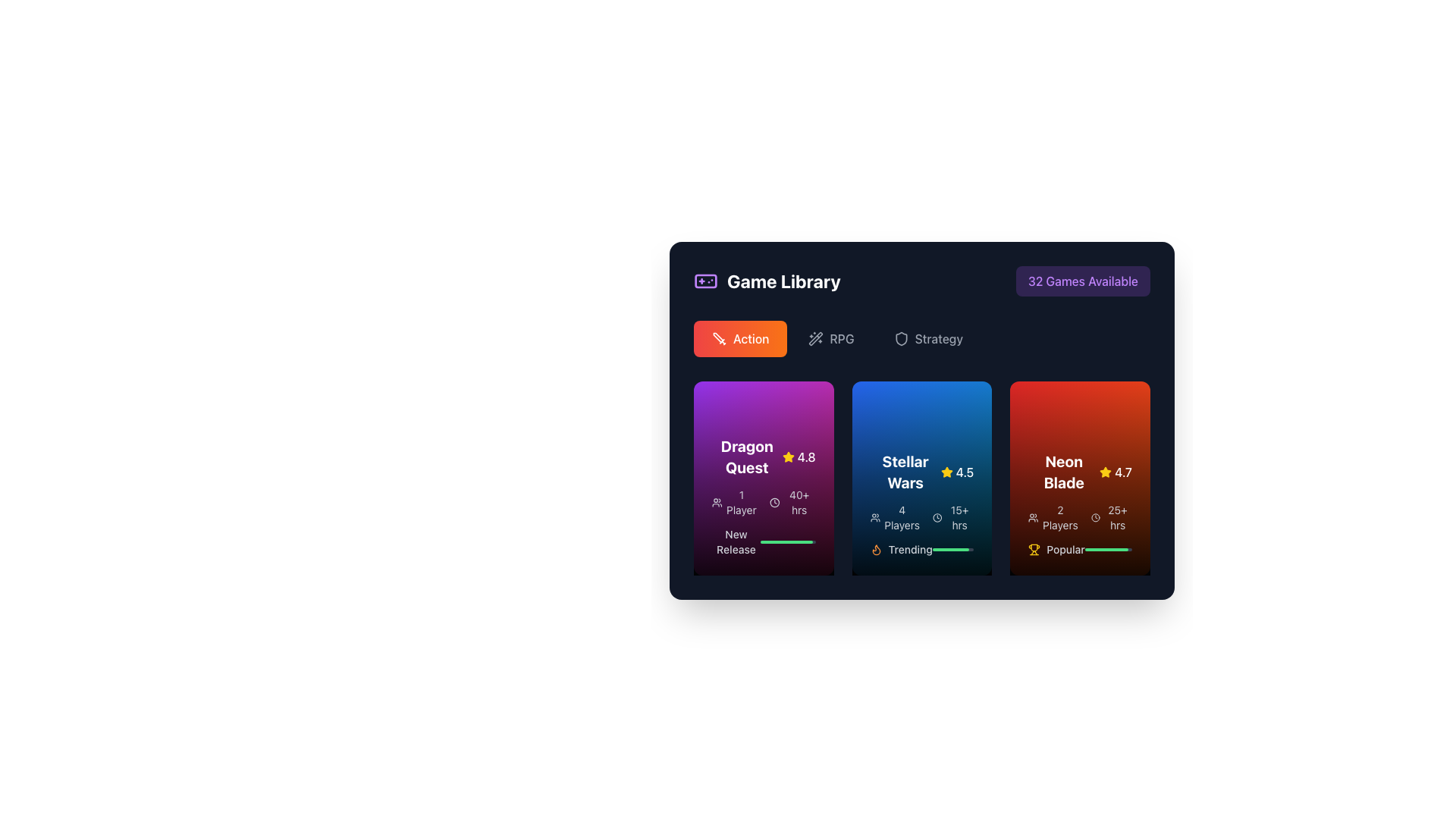 Image resolution: width=1456 pixels, height=819 pixels. I want to click on the 'Strategy' text label, so click(938, 338).